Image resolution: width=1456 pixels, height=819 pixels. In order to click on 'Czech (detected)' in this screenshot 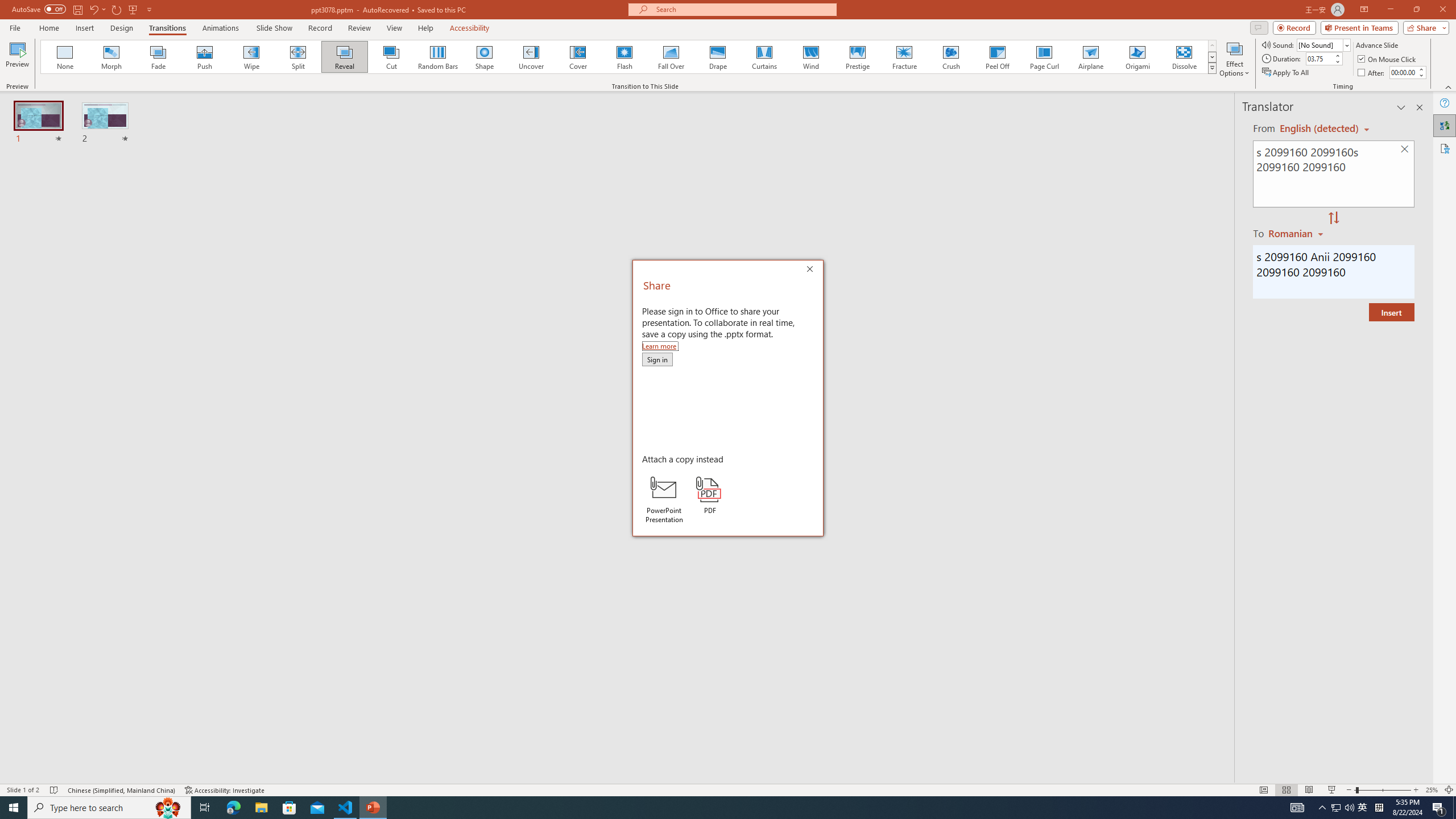, I will do `click(1319, 128)`.